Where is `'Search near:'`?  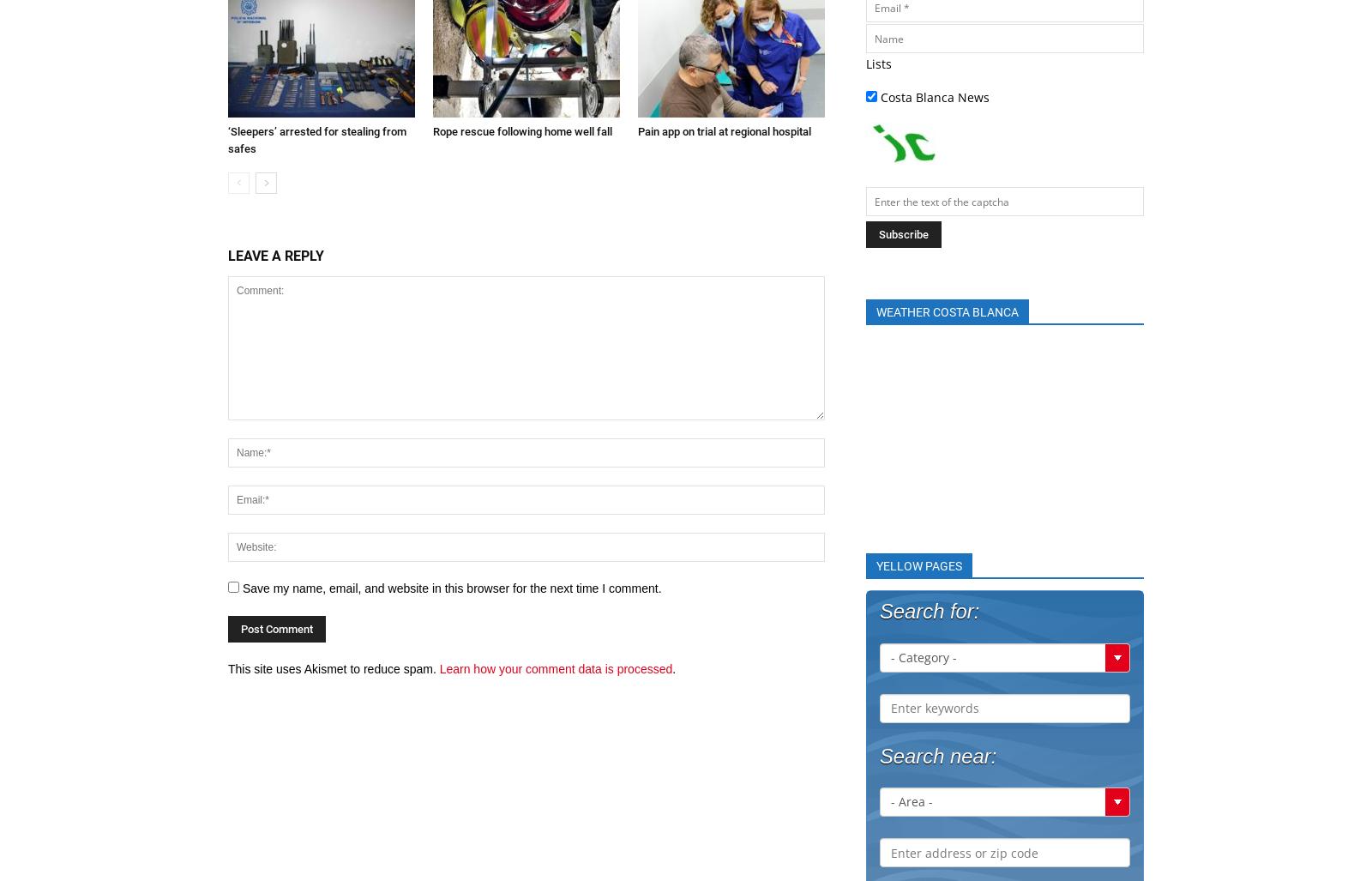 'Search near:' is located at coordinates (937, 754).